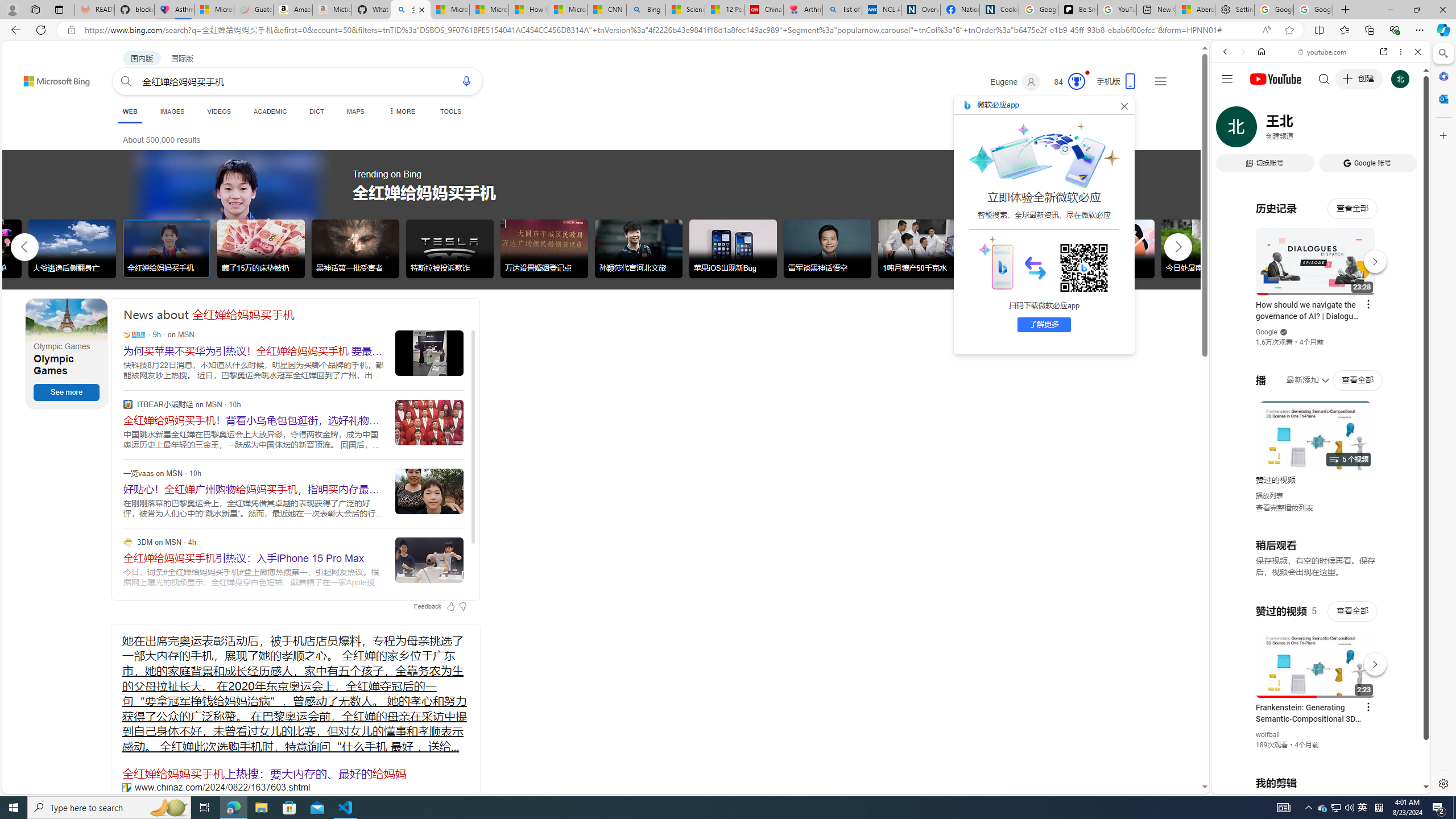 Image resolution: width=1456 pixels, height=819 pixels. What do you see at coordinates (58, 9) in the screenshot?
I see `'Tab actions menu'` at bounding box center [58, 9].